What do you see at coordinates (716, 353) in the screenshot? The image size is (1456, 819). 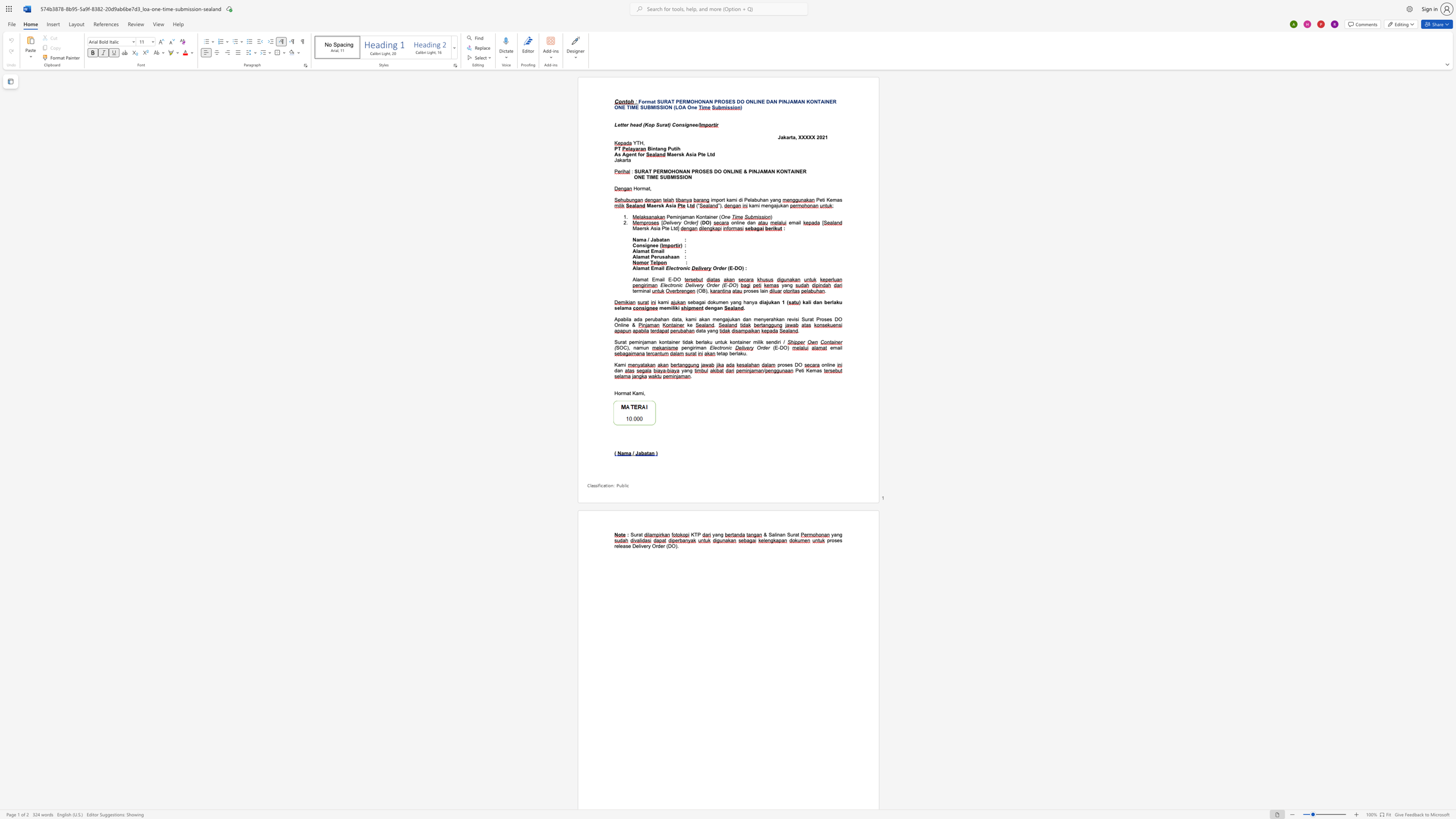 I see `the subset text "tetap b" within the text "tetap berlaku."` at bounding box center [716, 353].